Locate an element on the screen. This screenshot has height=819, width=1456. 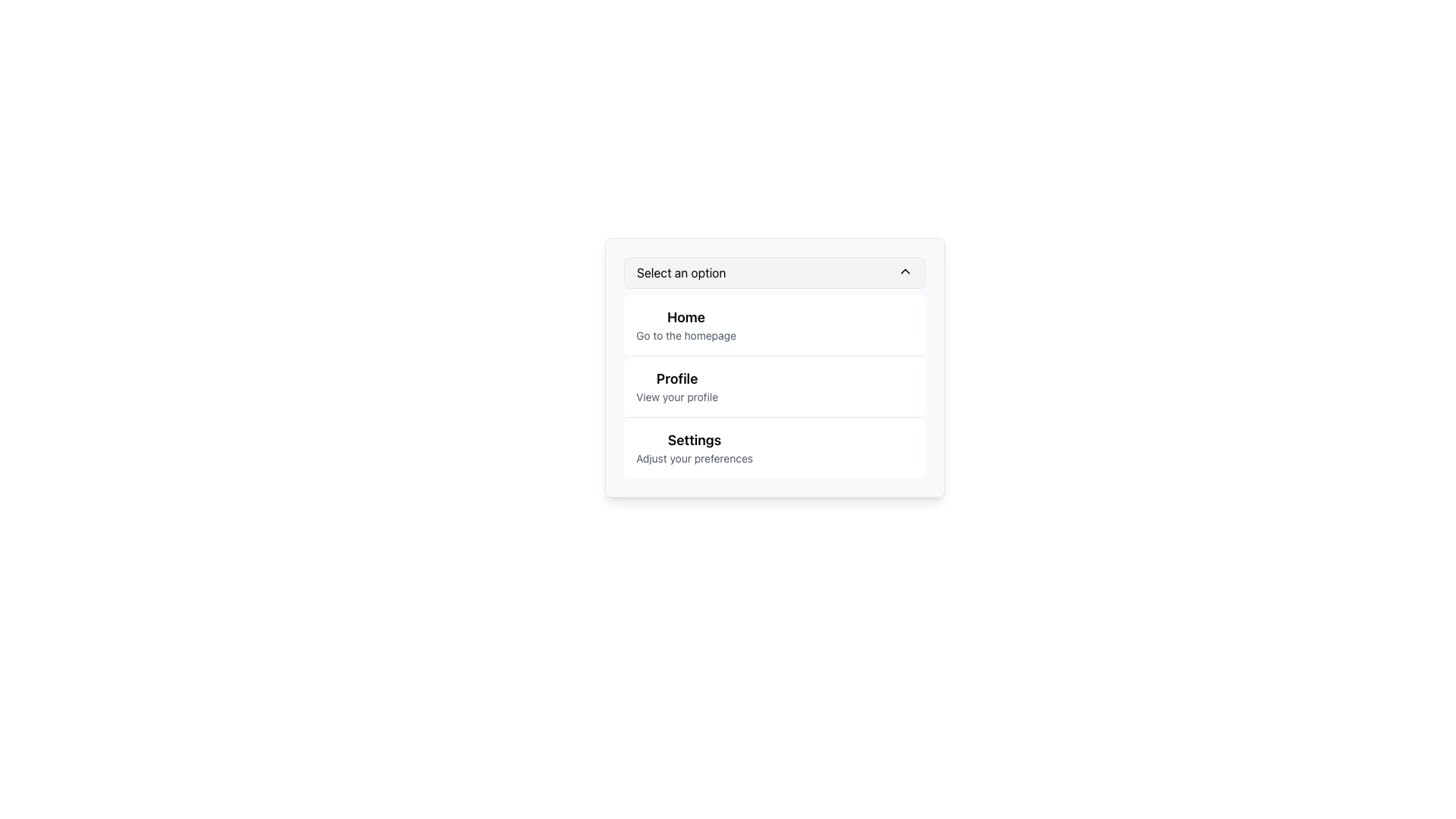
the Text Label indicating the current selection status for the dropdown menu, which is aligned with the static text label 'Select an option' is located at coordinates (680, 271).